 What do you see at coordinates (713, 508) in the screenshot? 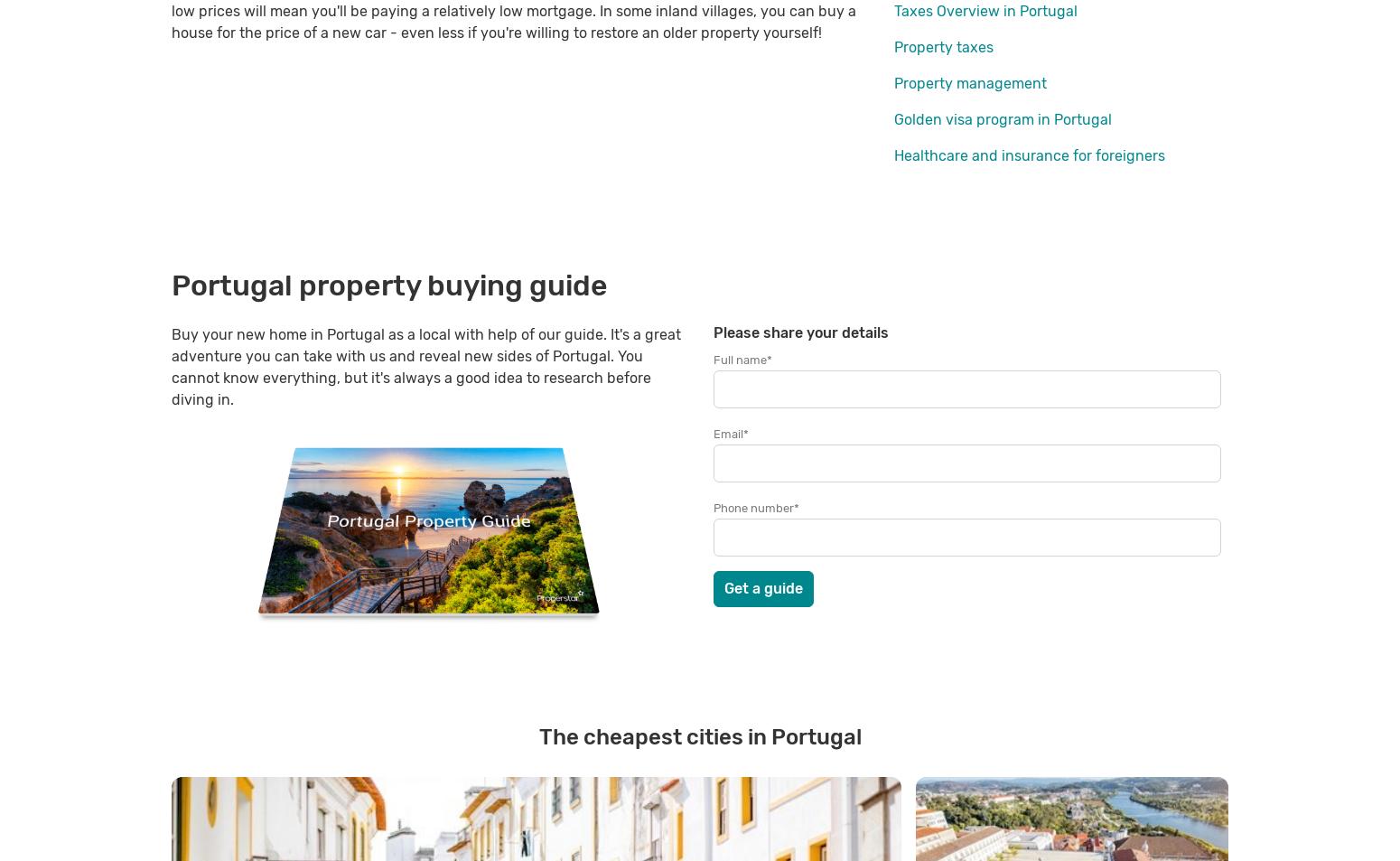
I see `'Phone number'` at bounding box center [713, 508].